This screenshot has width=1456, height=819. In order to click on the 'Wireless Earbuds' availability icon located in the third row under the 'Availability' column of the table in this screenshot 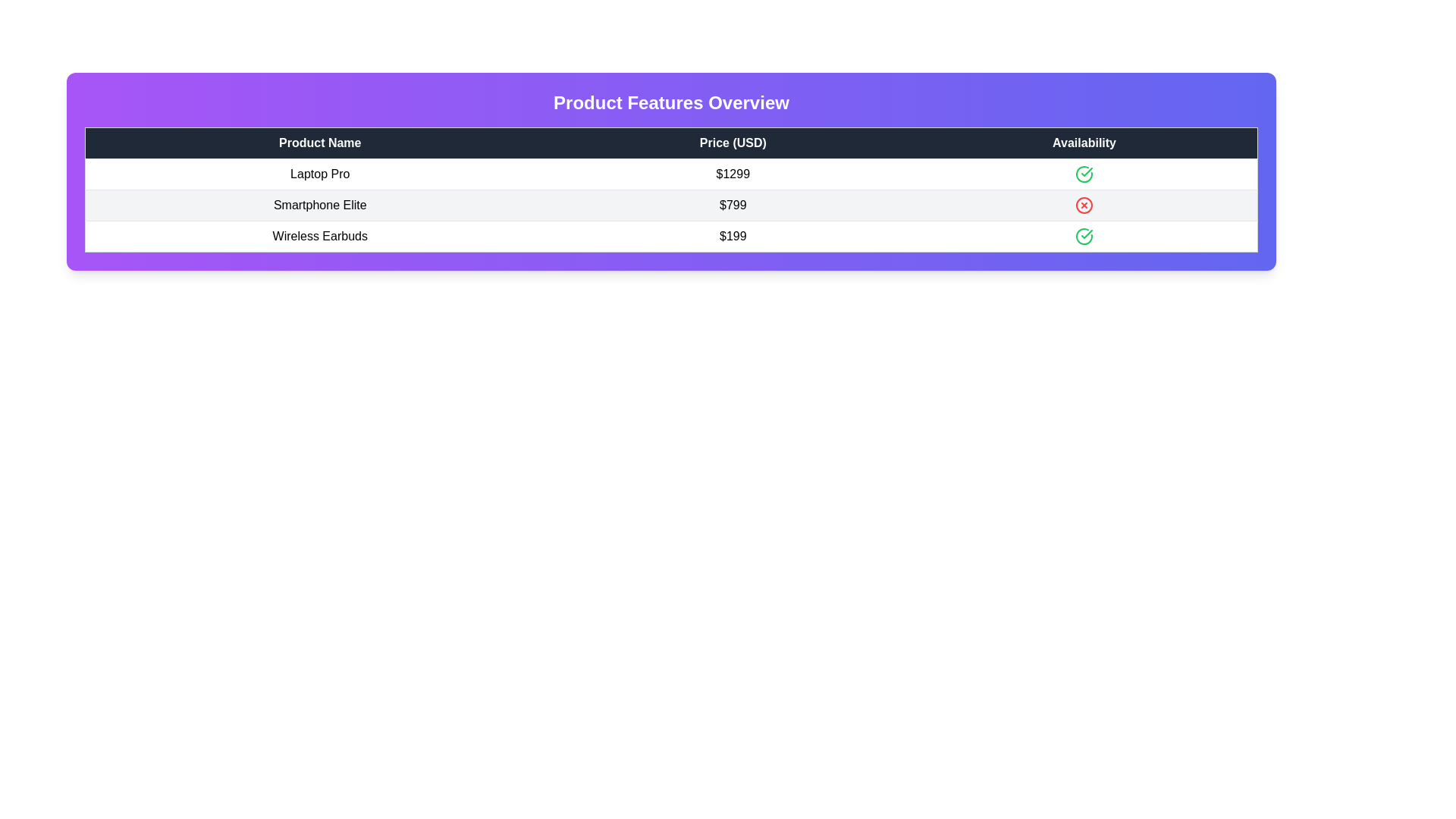, I will do `click(1084, 237)`.